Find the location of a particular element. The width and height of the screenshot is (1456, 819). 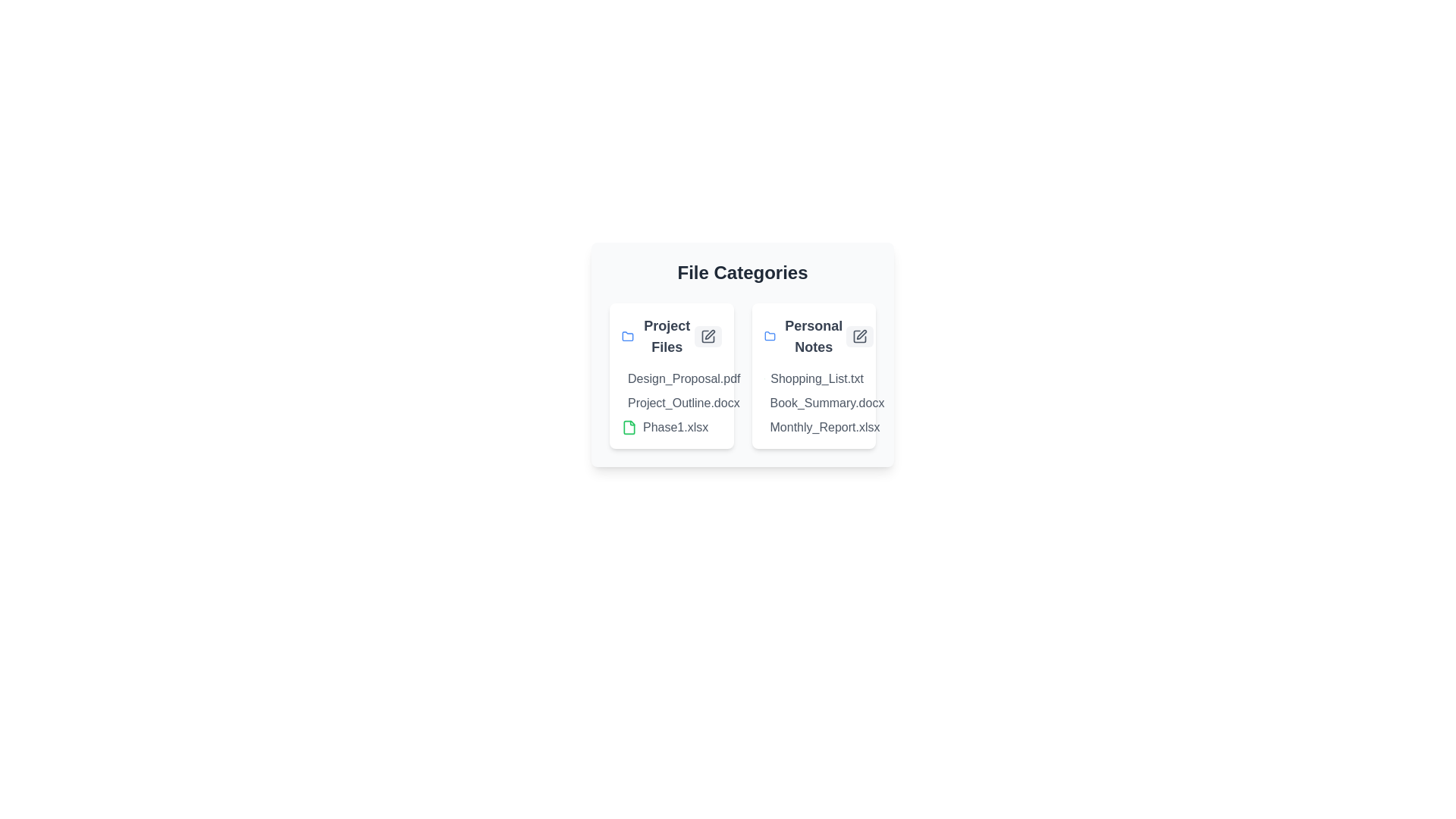

the document Book_Summary.docx is located at coordinates (770, 403).